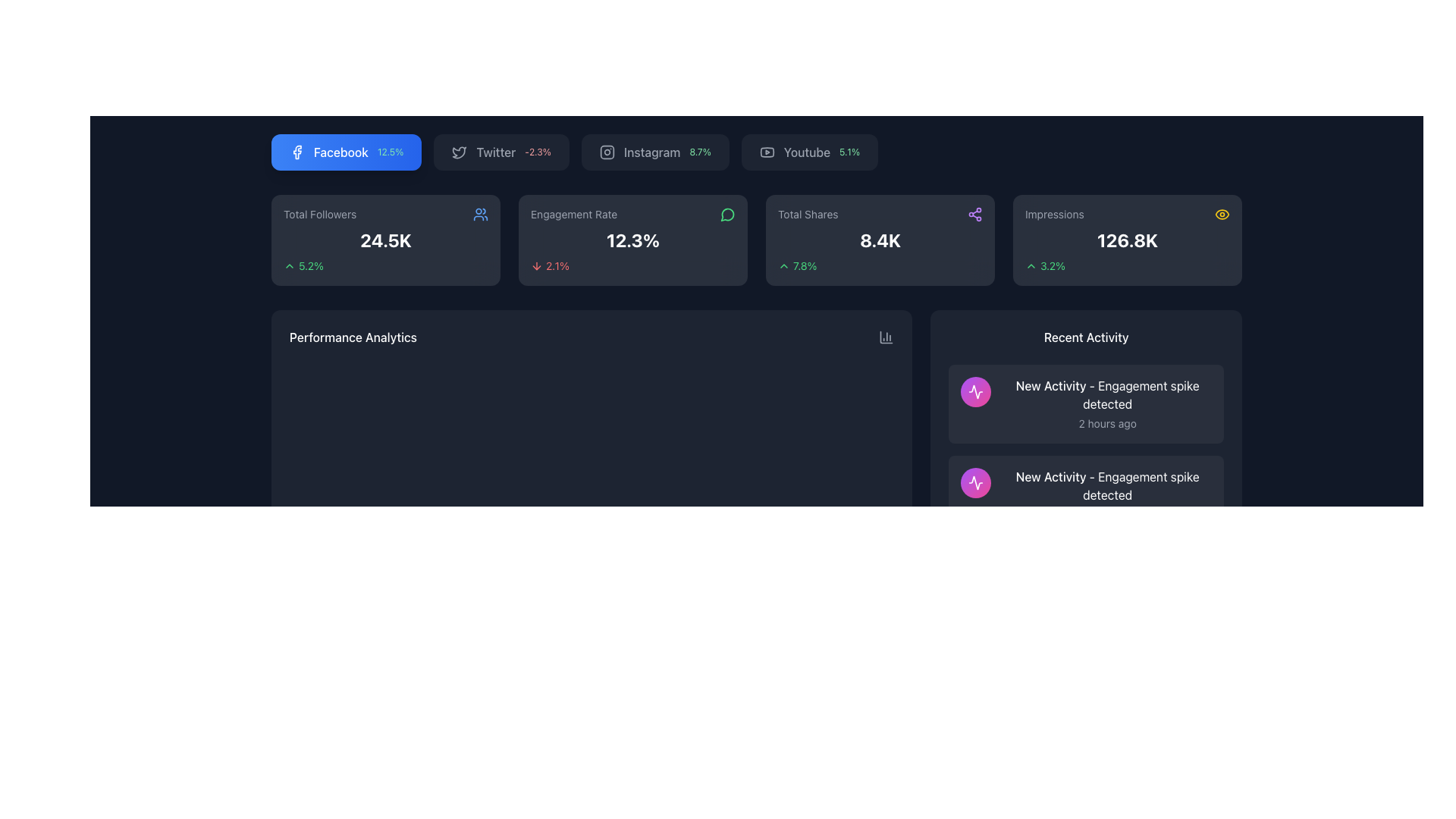 The image size is (1456, 819). What do you see at coordinates (346, 152) in the screenshot?
I see `the Facebook button located on the far left of the horizontal list to filter or view Facebook-specific metrics` at bounding box center [346, 152].